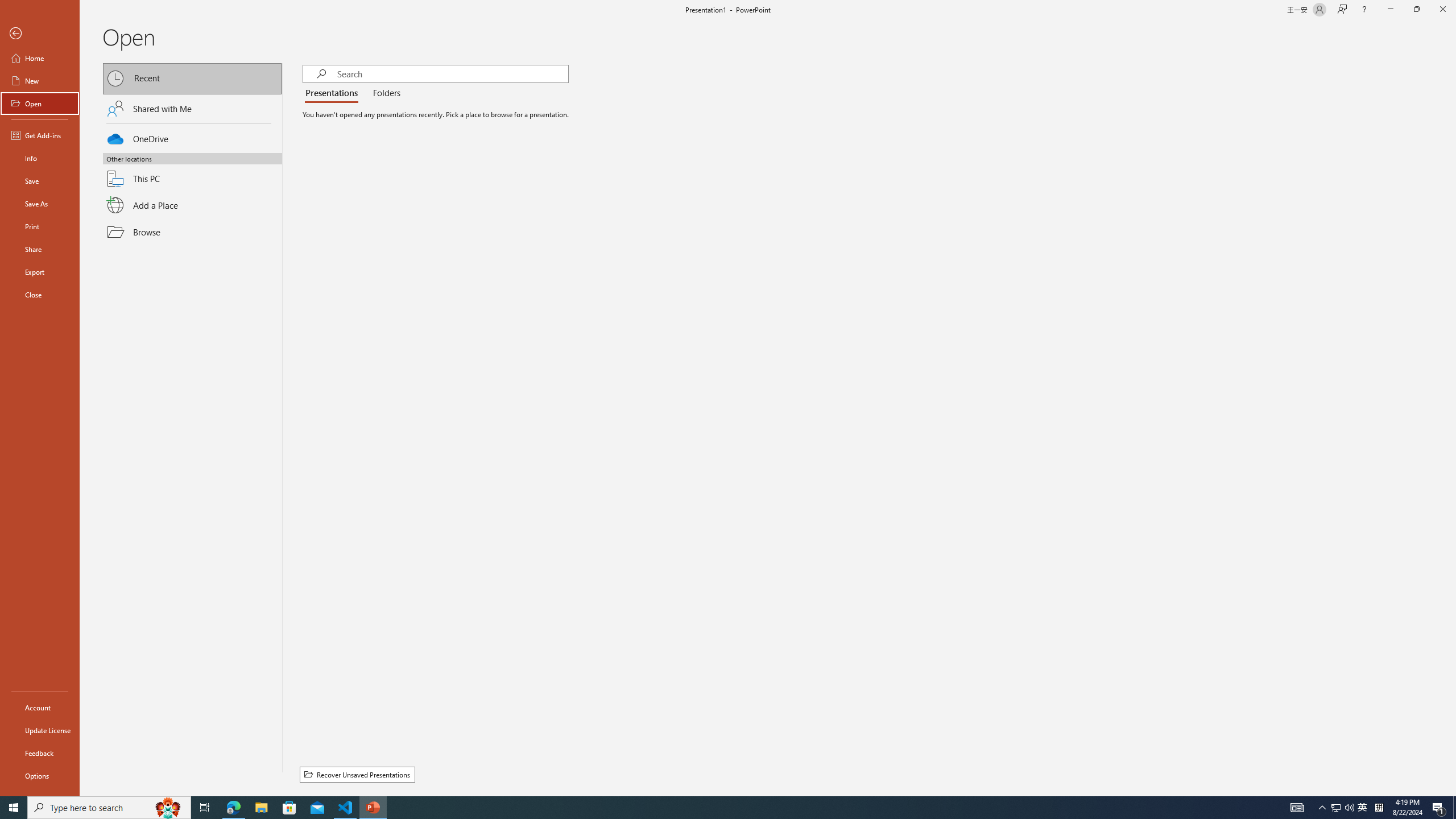 Image resolution: width=1456 pixels, height=819 pixels. What do you see at coordinates (357, 775) in the screenshot?
I see `'Recover Unsaved Presentations'` at bounding box center [357, 775].